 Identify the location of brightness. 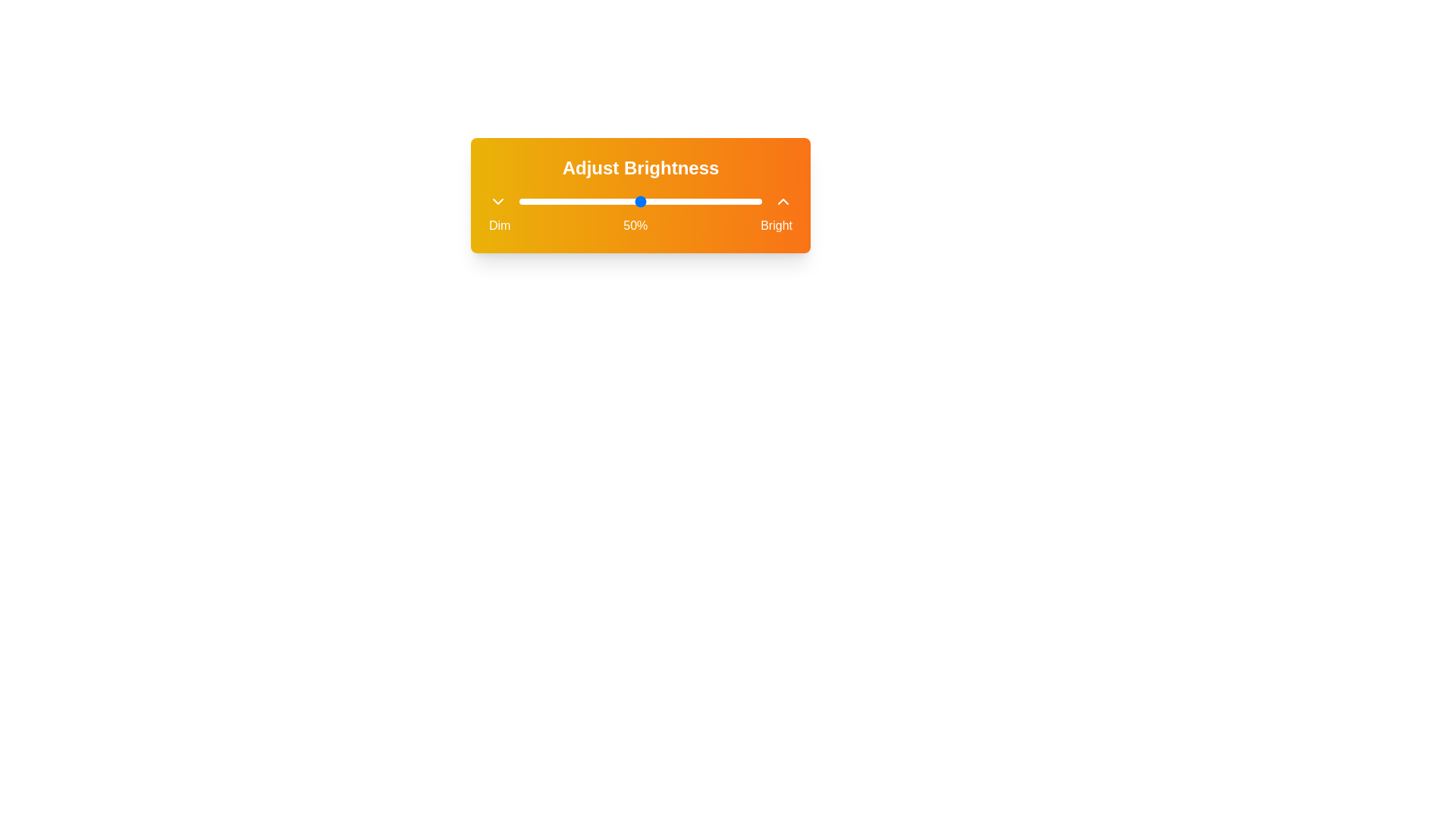
(562, 201).